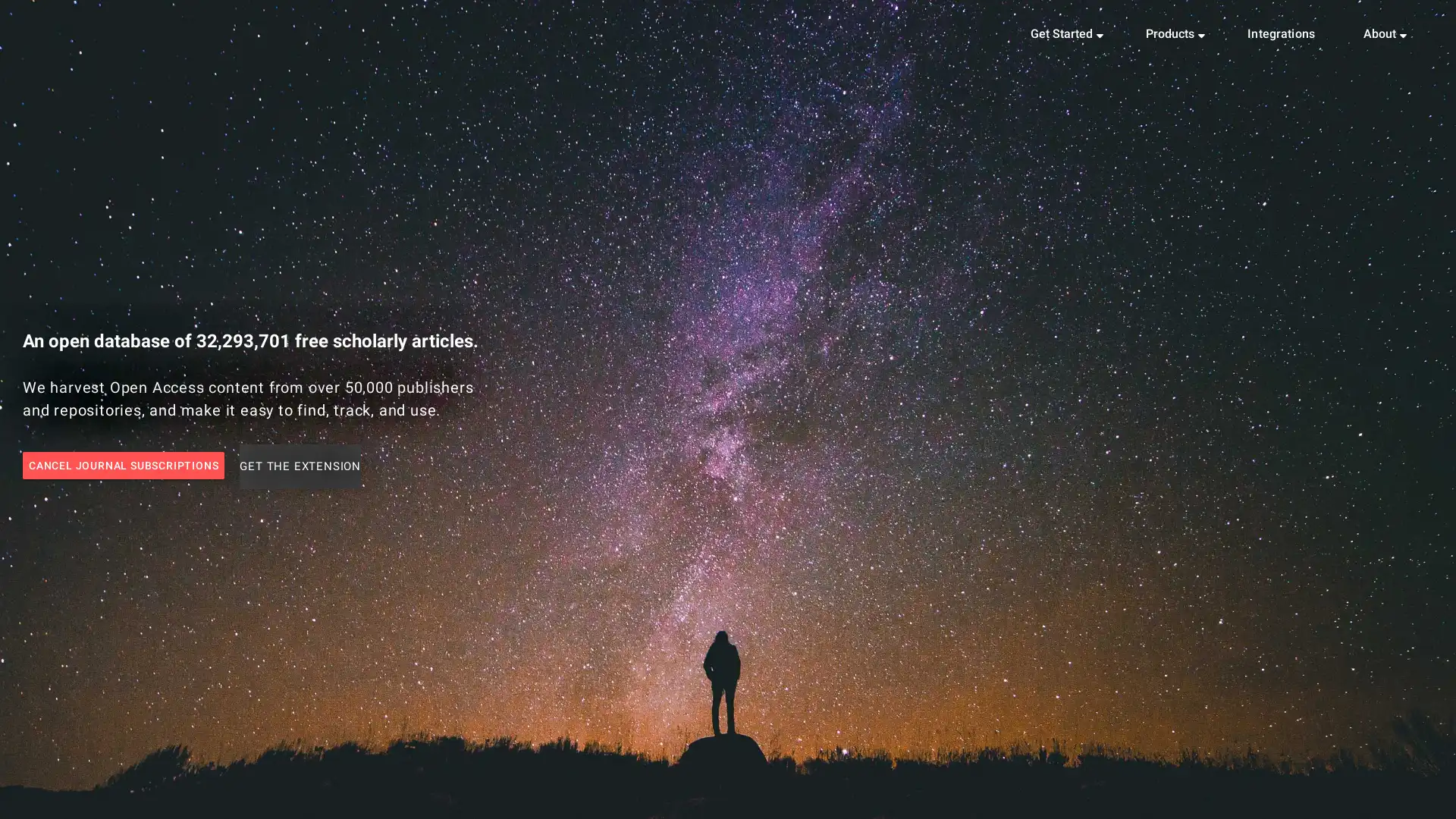 This screenshot has height=819, width=1456. What do you see at coordinates (1384, 33) in the screenshot?
I see `About` at bounding box center [1384, 33].